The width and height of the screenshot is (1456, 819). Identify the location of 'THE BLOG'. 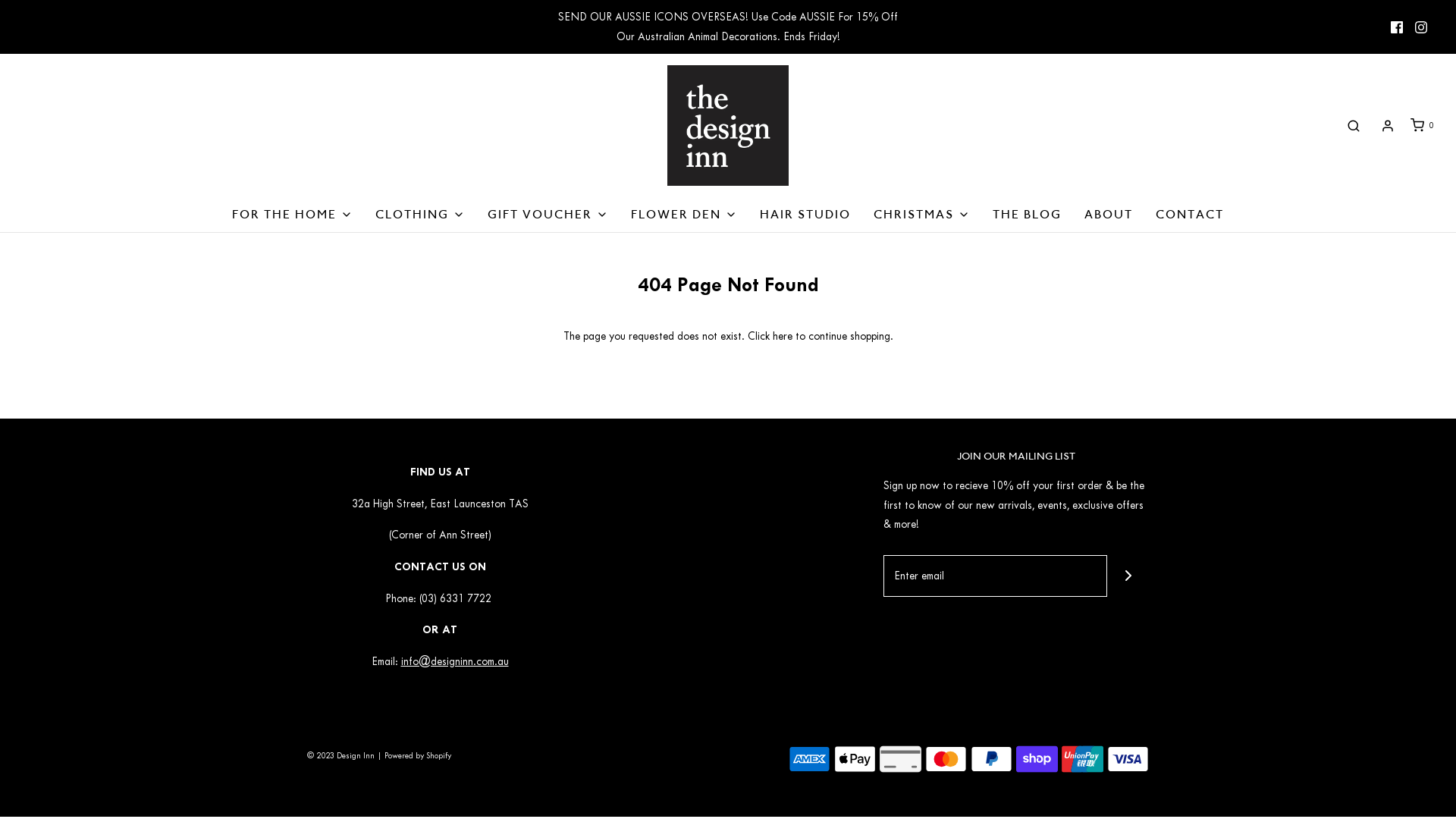
(993, 214).